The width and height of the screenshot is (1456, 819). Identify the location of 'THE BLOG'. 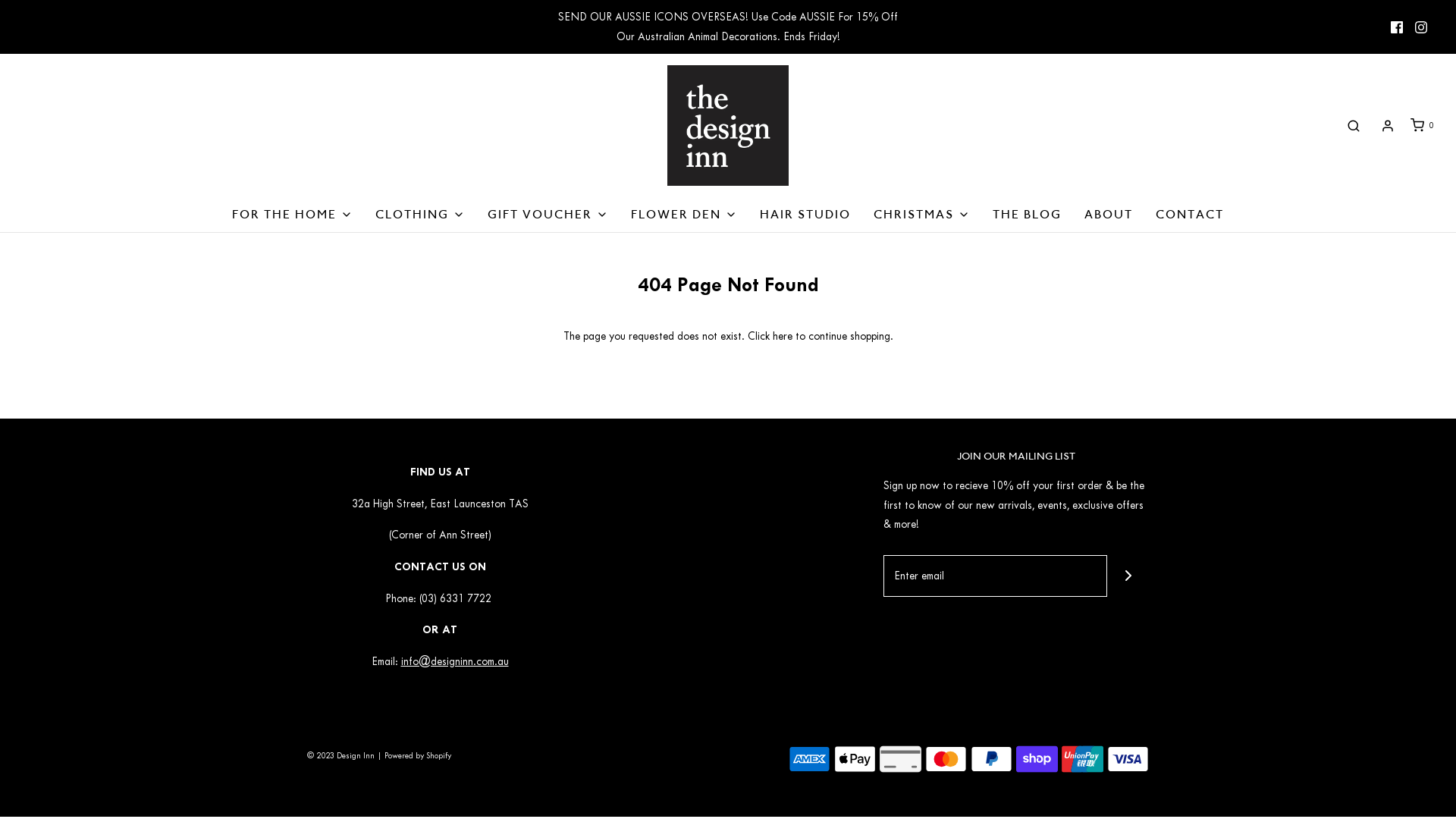
(993, 214).